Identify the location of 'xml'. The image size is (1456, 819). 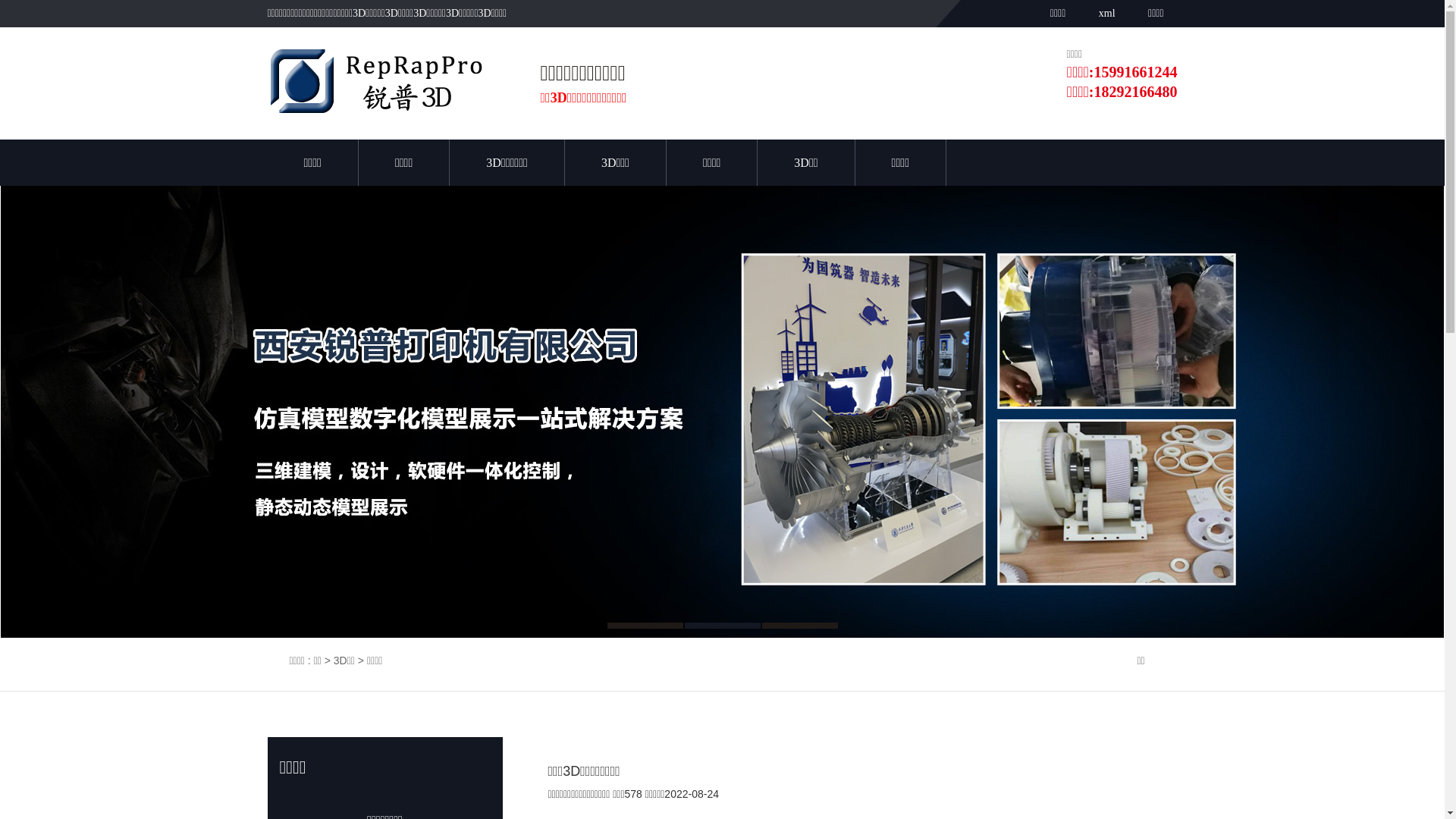
(1106, 14).